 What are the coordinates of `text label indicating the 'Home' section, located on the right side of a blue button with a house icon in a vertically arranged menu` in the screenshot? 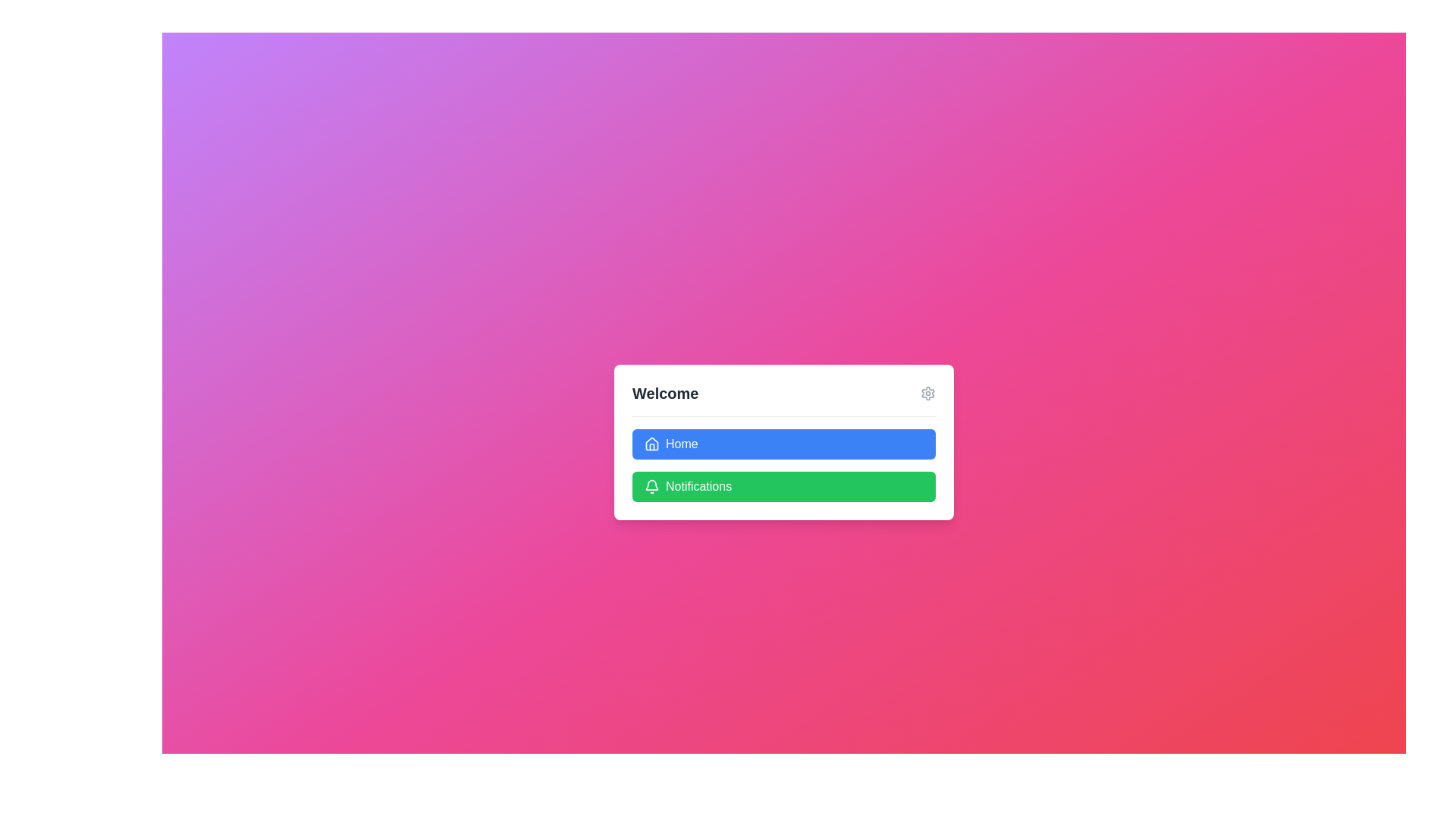 It's located at (681, 444).